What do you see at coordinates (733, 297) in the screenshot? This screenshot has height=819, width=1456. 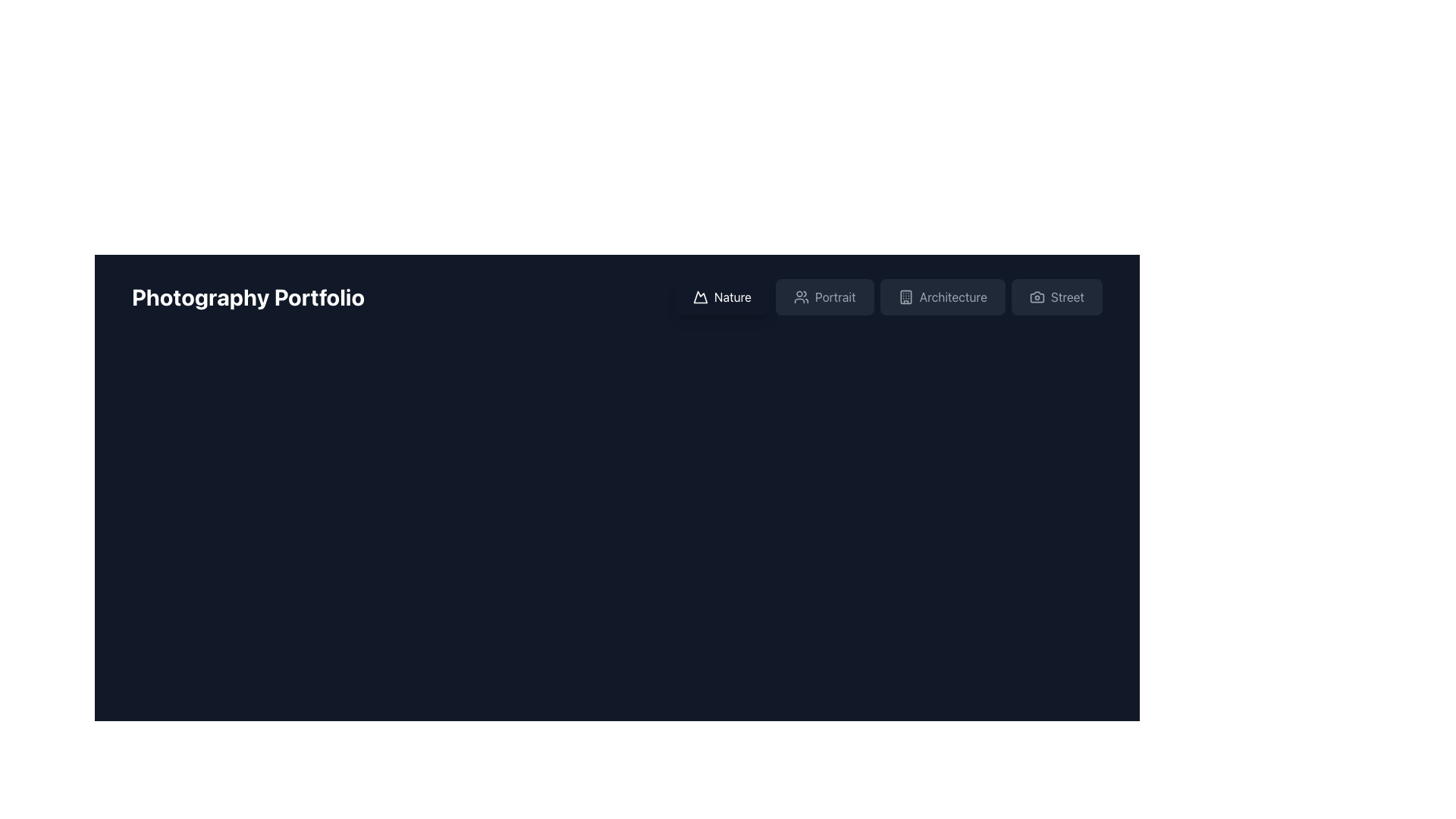 I see `the text label displaying the word 'Nature', which is styled with white text on a dark background and is the first interactive element in a horizontal button group` at bounding box center [733, 297].